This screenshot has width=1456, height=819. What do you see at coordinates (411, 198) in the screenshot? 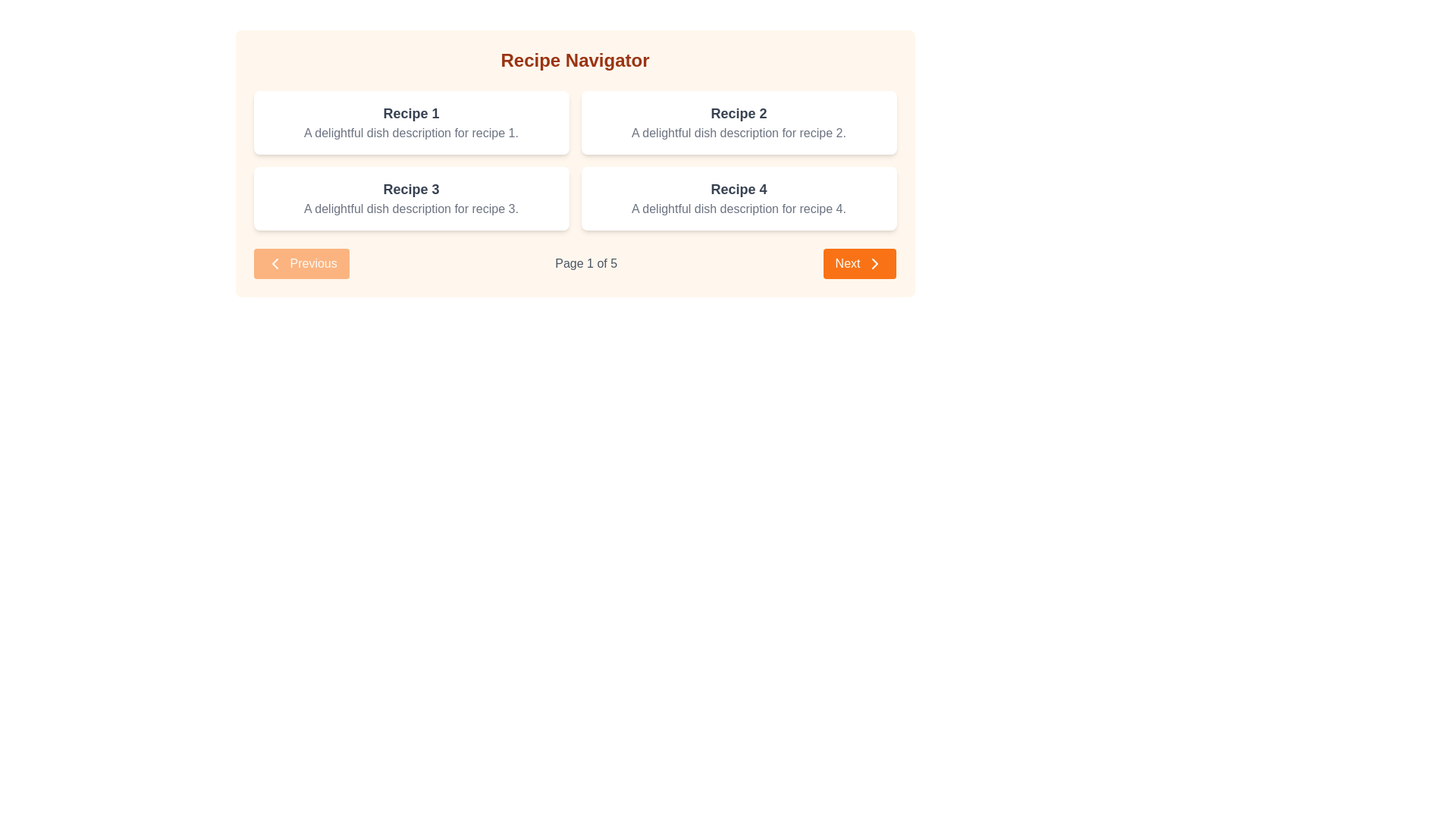
I see `the informational card titled 'Recipe 3' which is styled with a white background and contains a bold title and a description, located in the bottom-left slot of the grid layout` at bounding box center [411, 198].